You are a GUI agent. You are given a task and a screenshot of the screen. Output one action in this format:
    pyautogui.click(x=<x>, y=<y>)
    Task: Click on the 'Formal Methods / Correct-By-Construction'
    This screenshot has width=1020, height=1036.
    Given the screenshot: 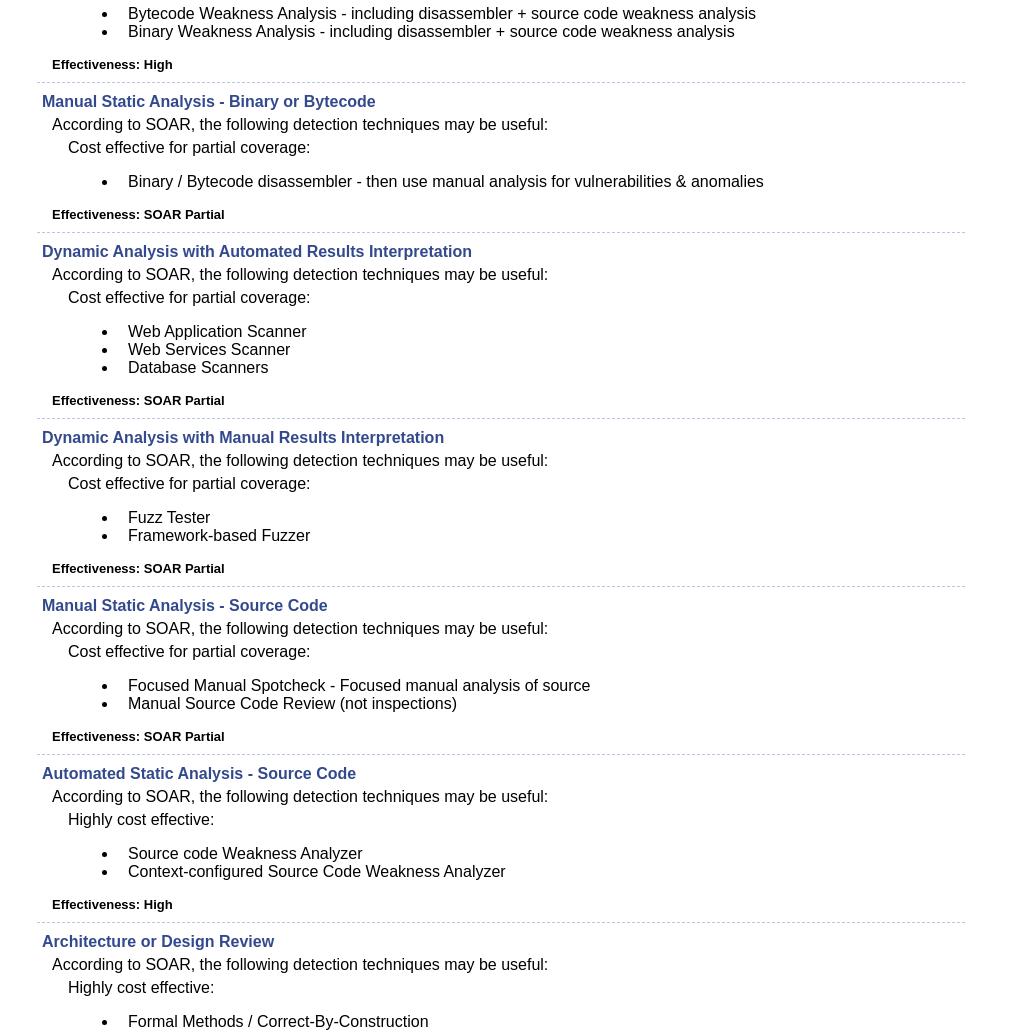 What is the action you would take?
    pyautogui.click(x=128, y=1021)
    